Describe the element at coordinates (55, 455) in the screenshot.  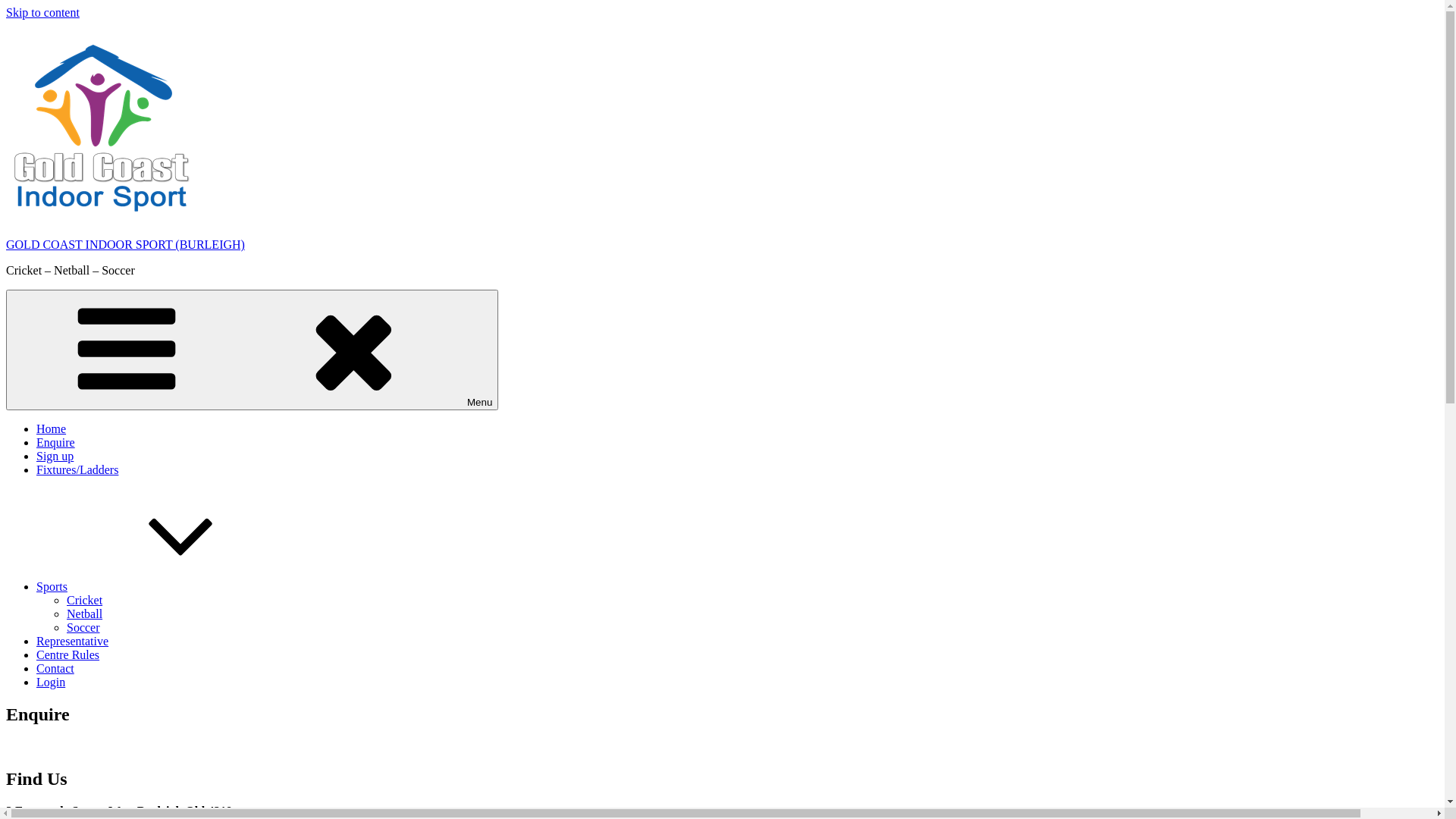
I see `'Sign up'` at that location.